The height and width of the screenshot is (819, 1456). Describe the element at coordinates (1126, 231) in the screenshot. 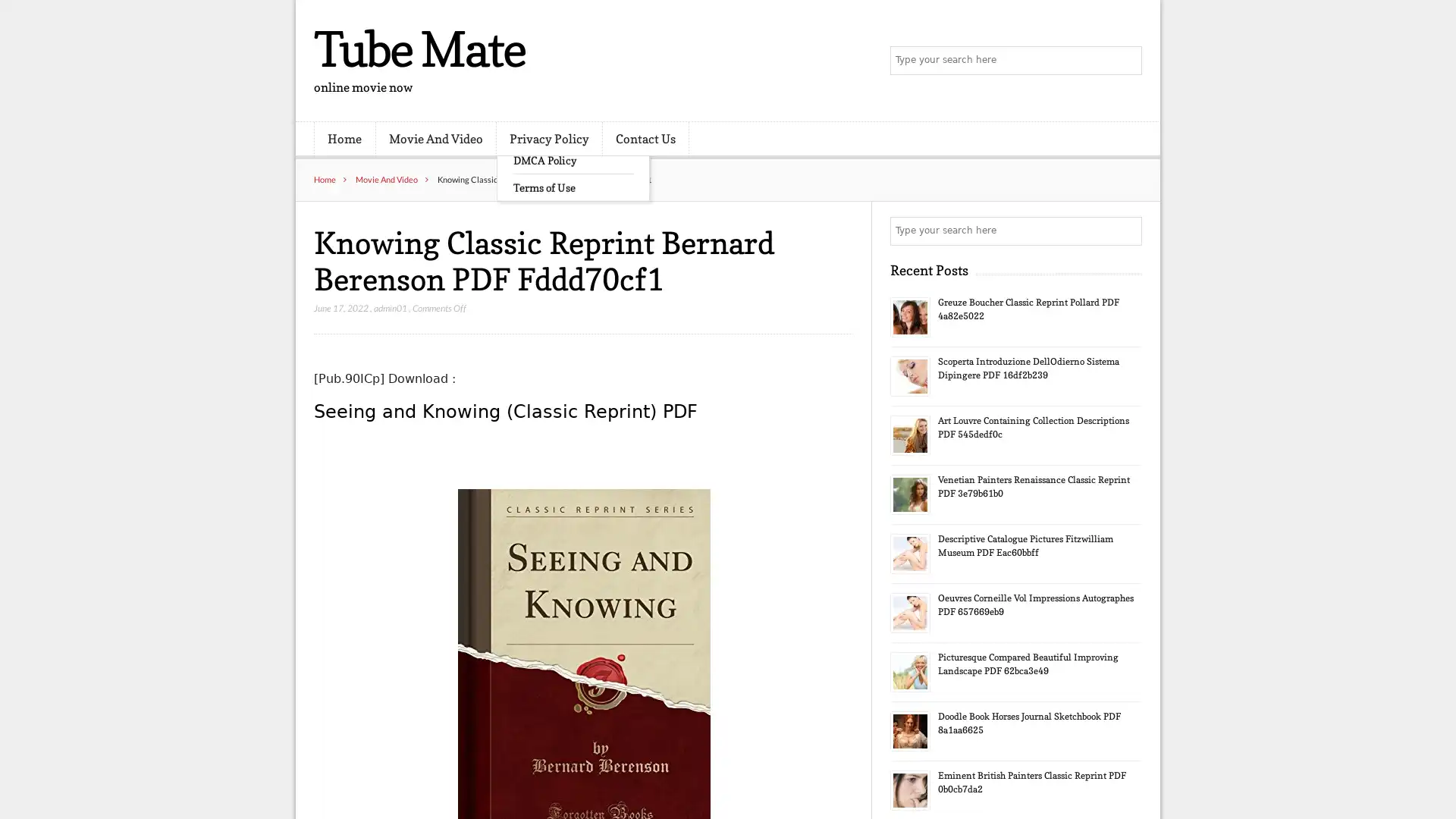

I see `Search` at that location.